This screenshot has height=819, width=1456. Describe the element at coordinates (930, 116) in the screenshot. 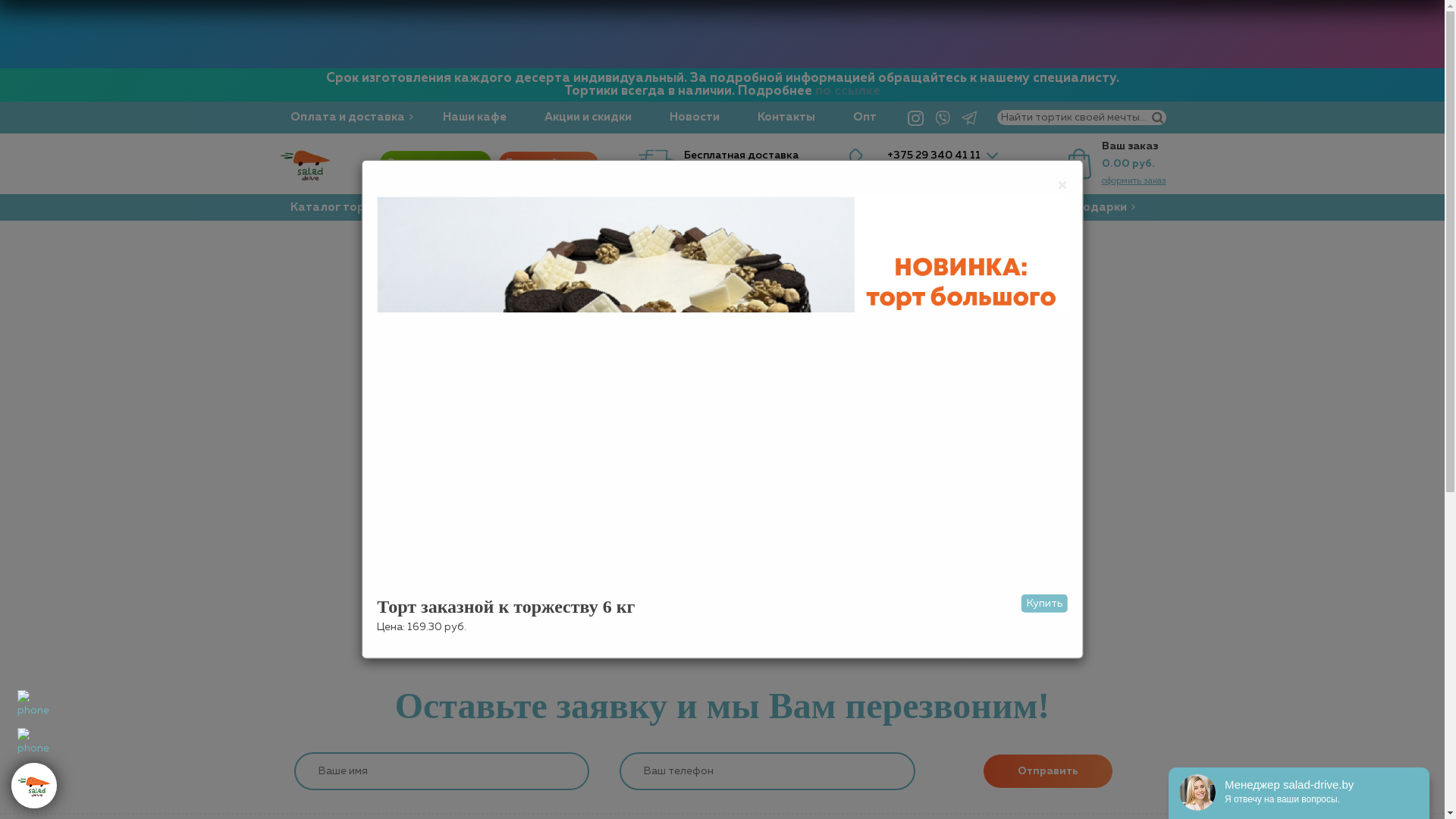

I see `'Viber'` at that location.